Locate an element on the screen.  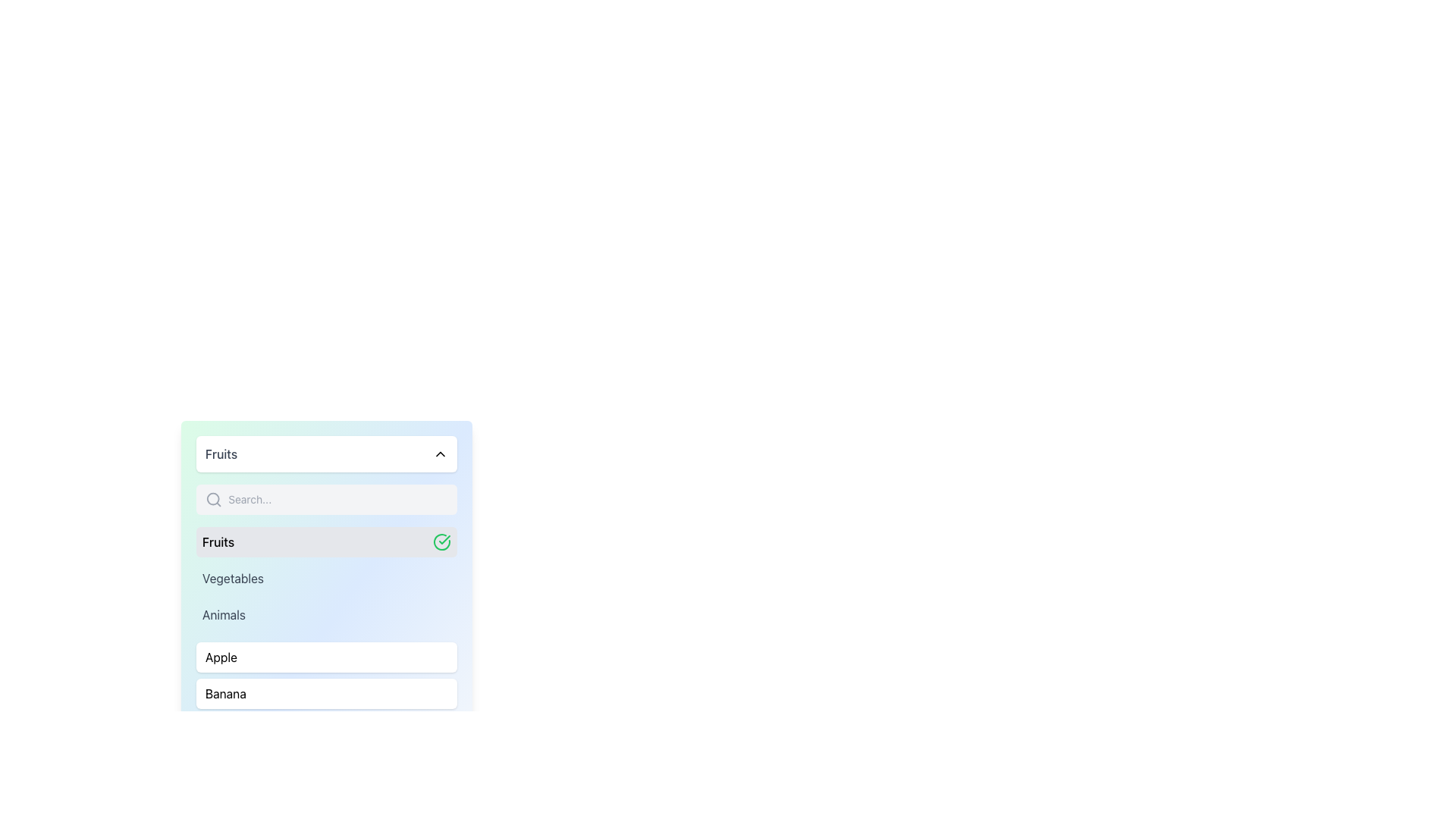
the second item in the list is located at coordinates (326, 579).